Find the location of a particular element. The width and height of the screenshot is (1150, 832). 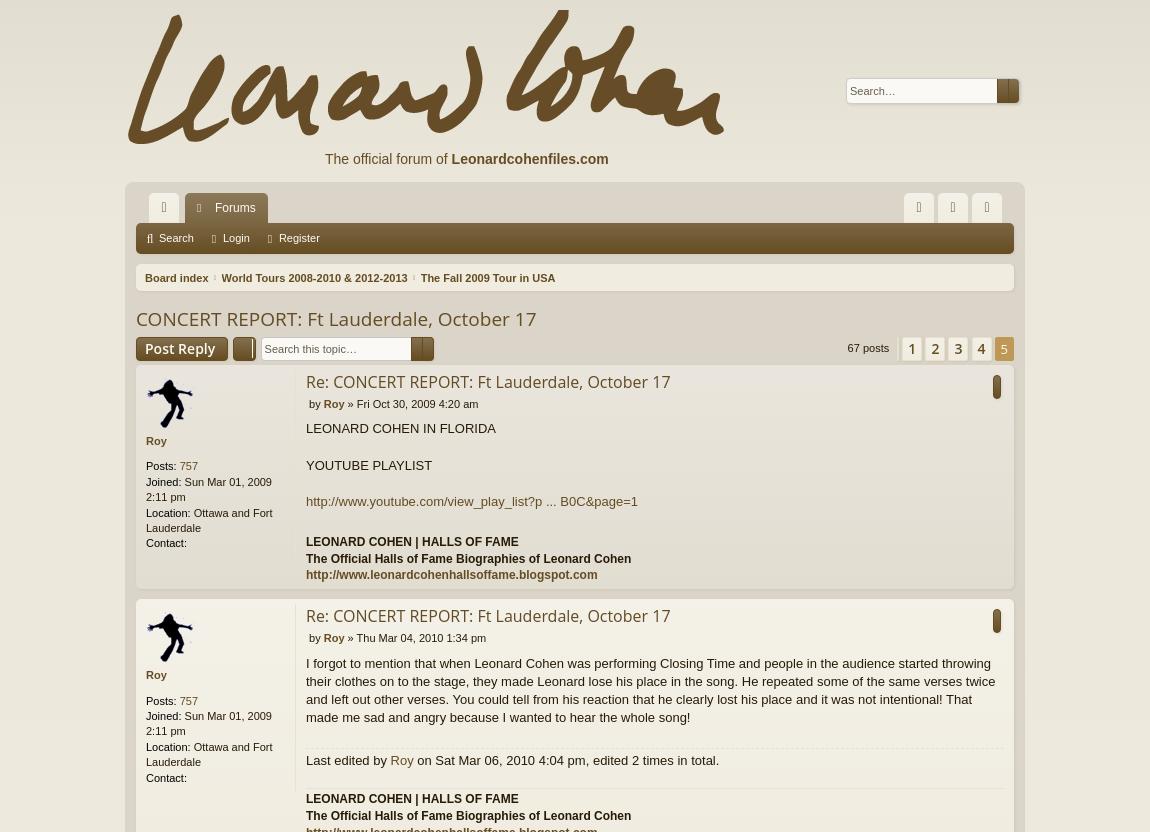

'1' is located at coordinates (911, 347).